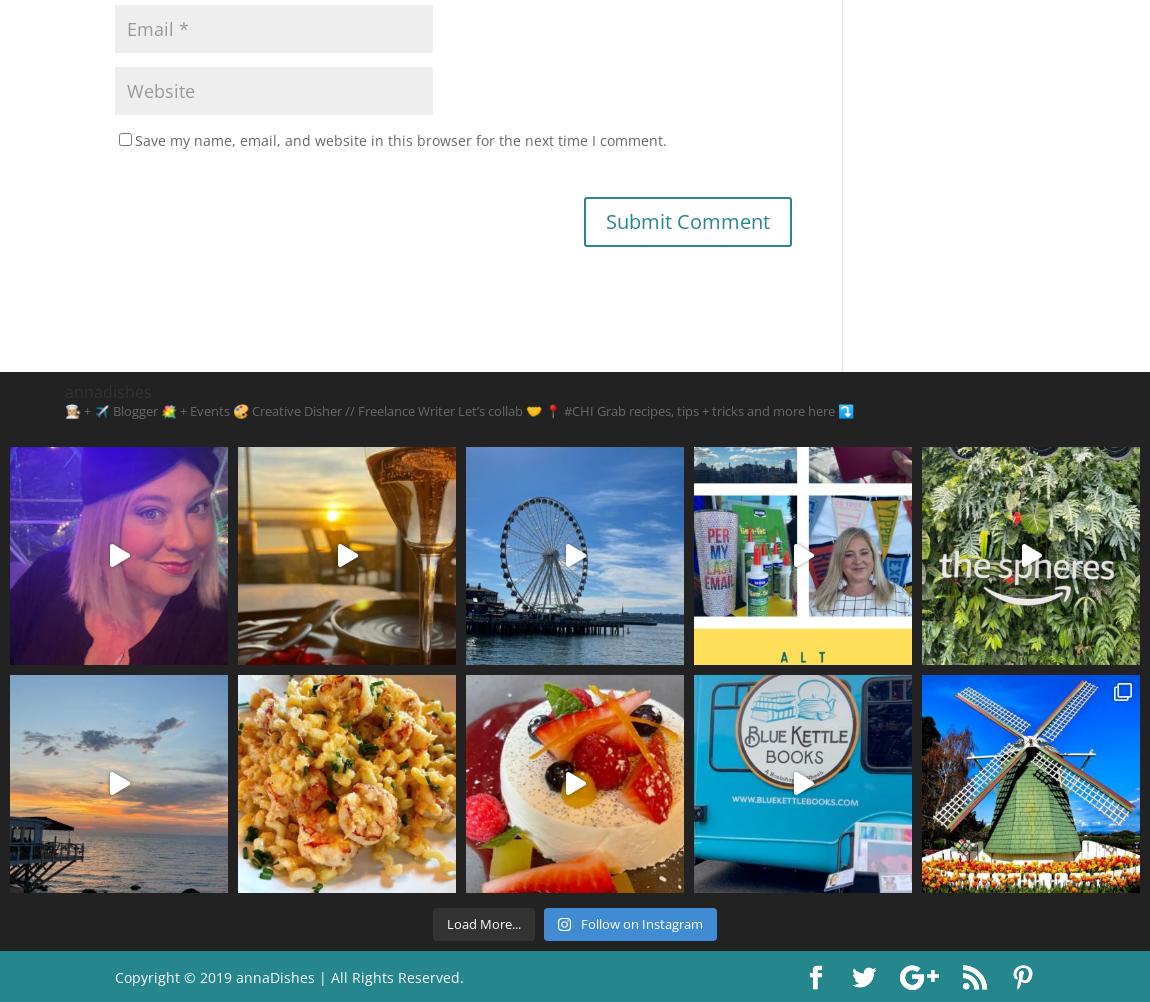 The width and height of the screenshot is (1150, 1002). I want to click on '🎨 Creative Disher  // Freelance Writer', so click(231, 410).